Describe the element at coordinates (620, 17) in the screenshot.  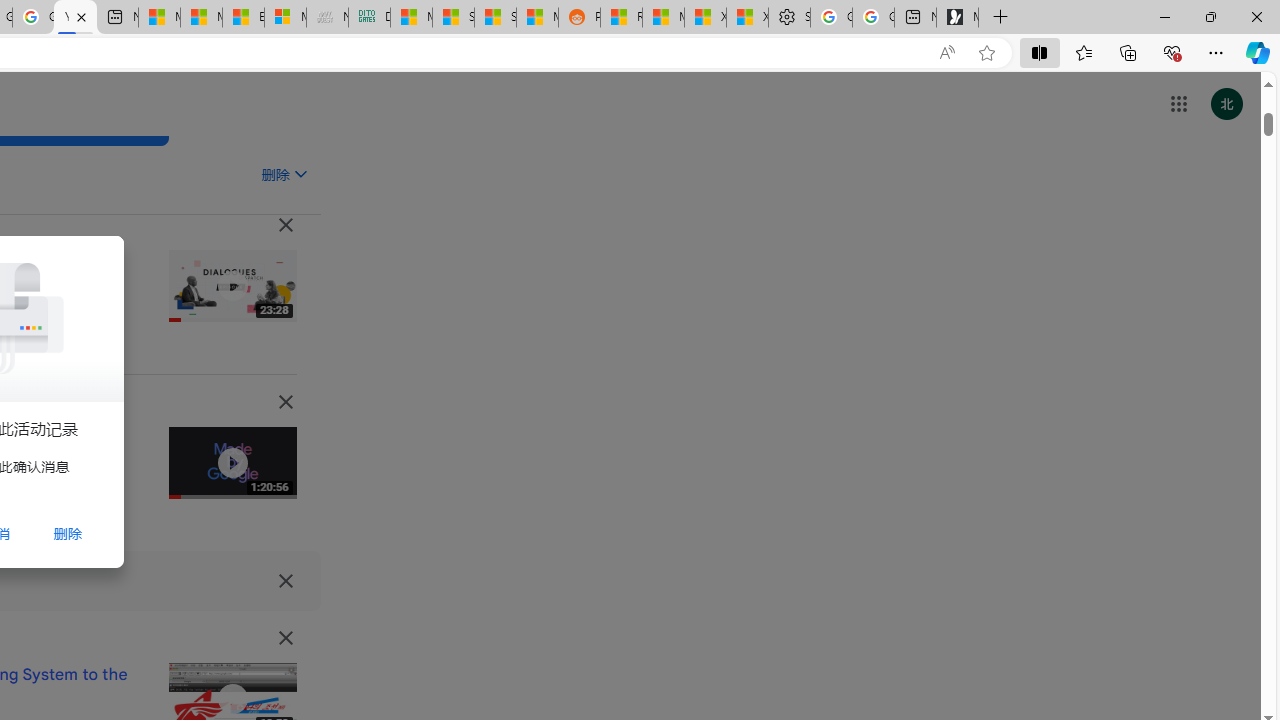
I see `'R******* | Trusted Community Engagement and Contributions'` at that location.